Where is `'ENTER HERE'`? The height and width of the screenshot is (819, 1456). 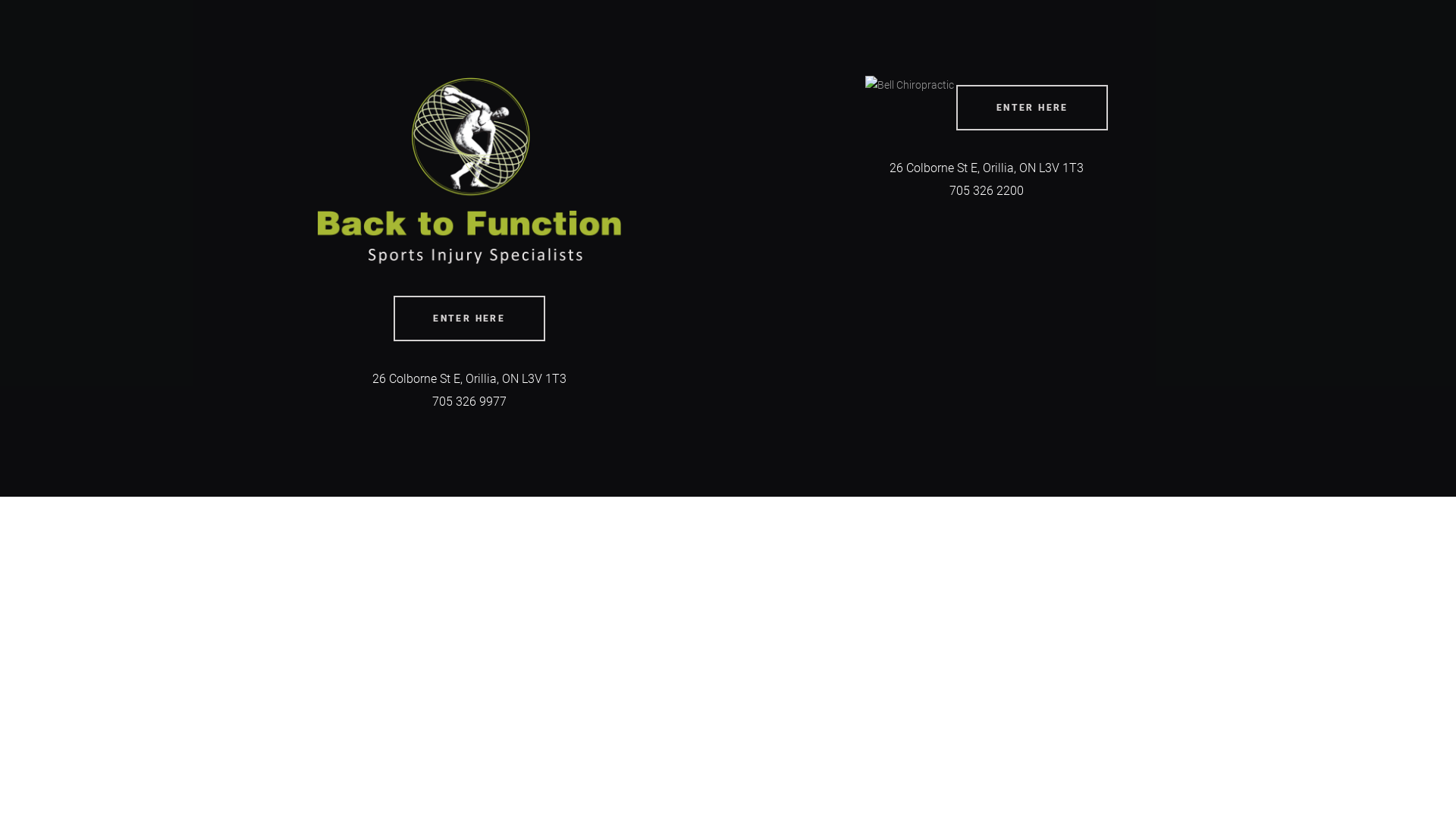 'ENTER HERE' is located at coordinates (469, 318).